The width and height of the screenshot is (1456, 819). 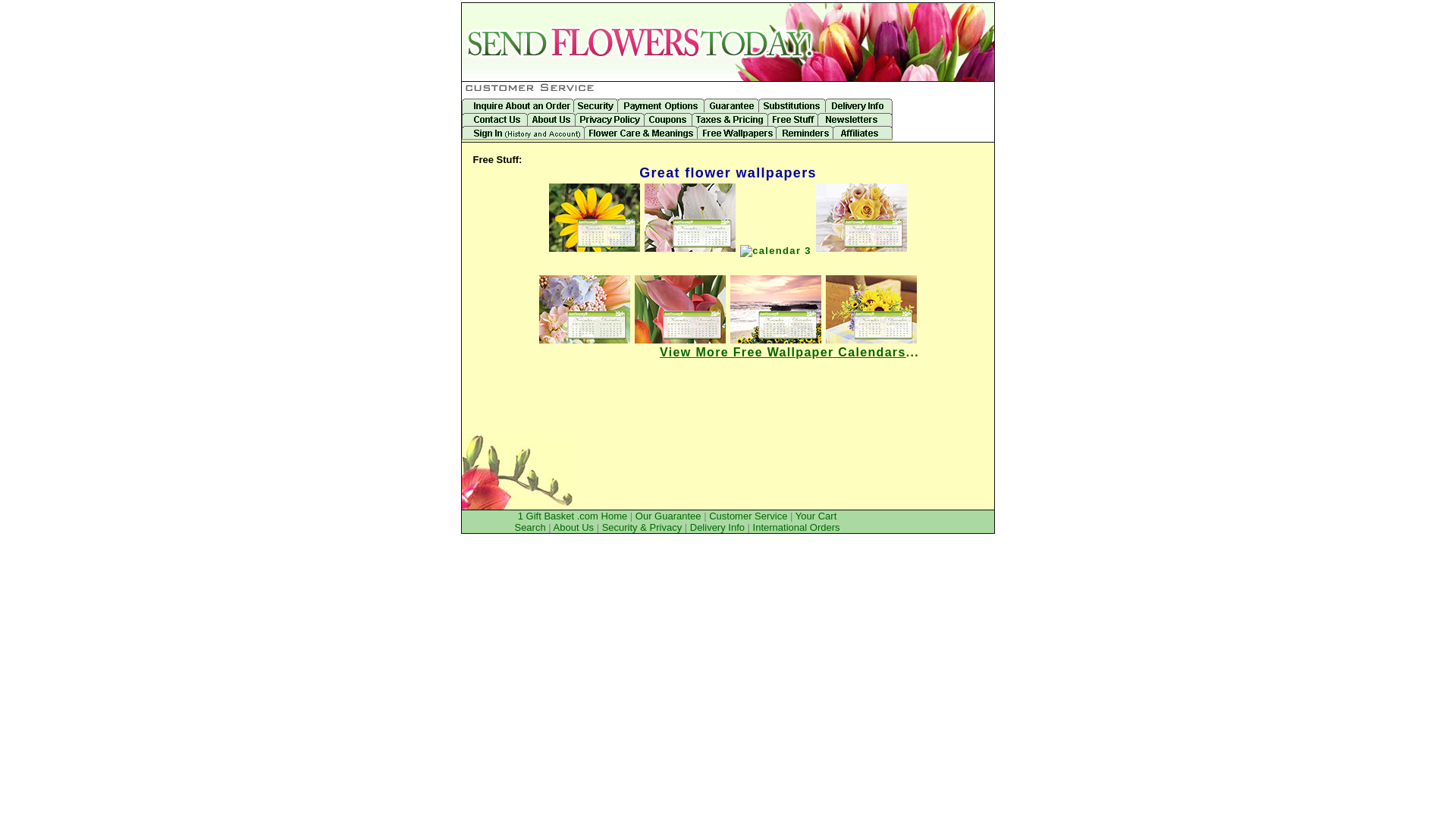 What do you see at coordinates (716, 526) in the screenshot?
I see `'Delivery Info'` at bounding box center [716, 526].